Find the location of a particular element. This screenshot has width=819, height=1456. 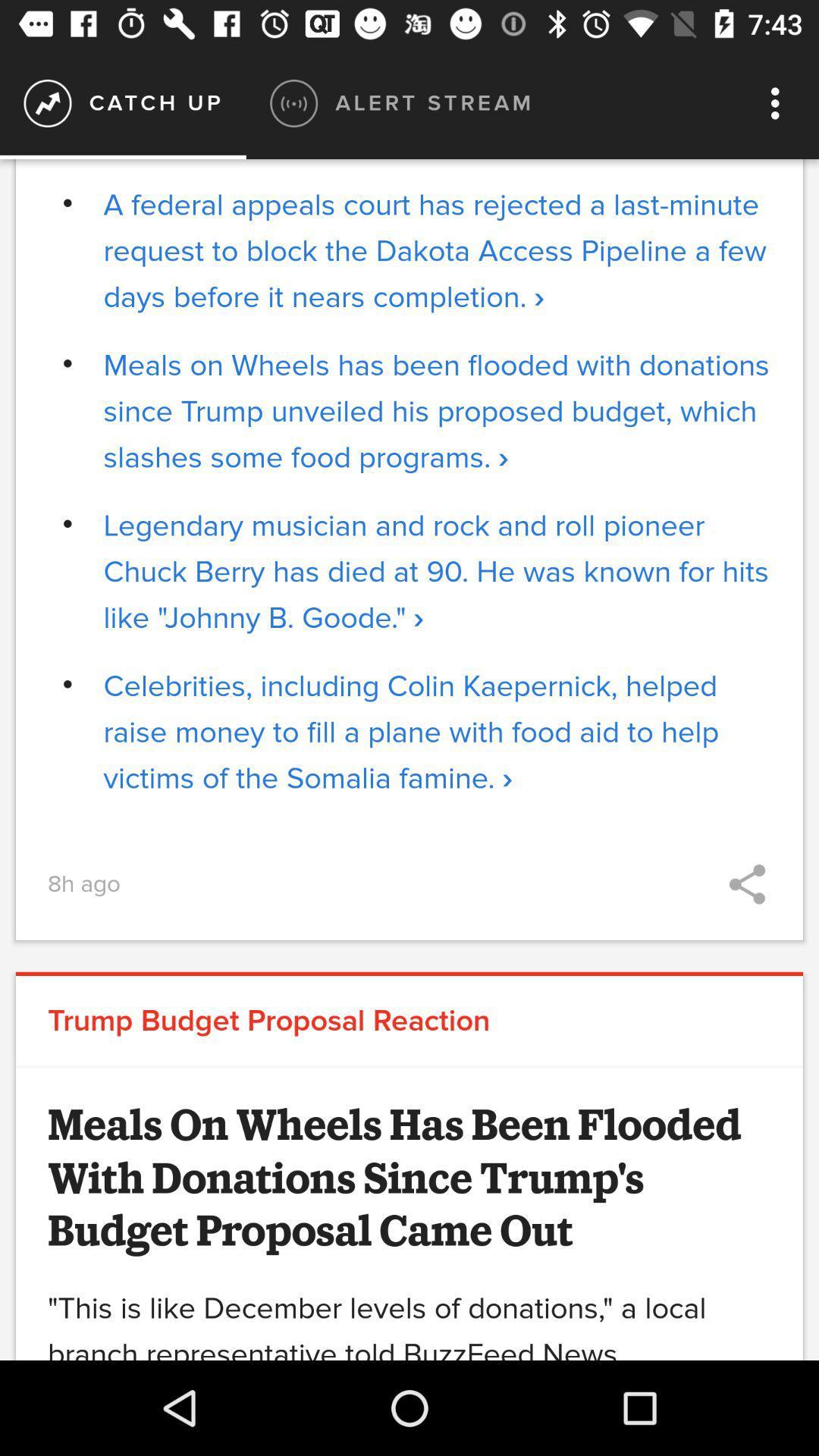

the celebrities including colin icon is located at coordinates (437, 732).